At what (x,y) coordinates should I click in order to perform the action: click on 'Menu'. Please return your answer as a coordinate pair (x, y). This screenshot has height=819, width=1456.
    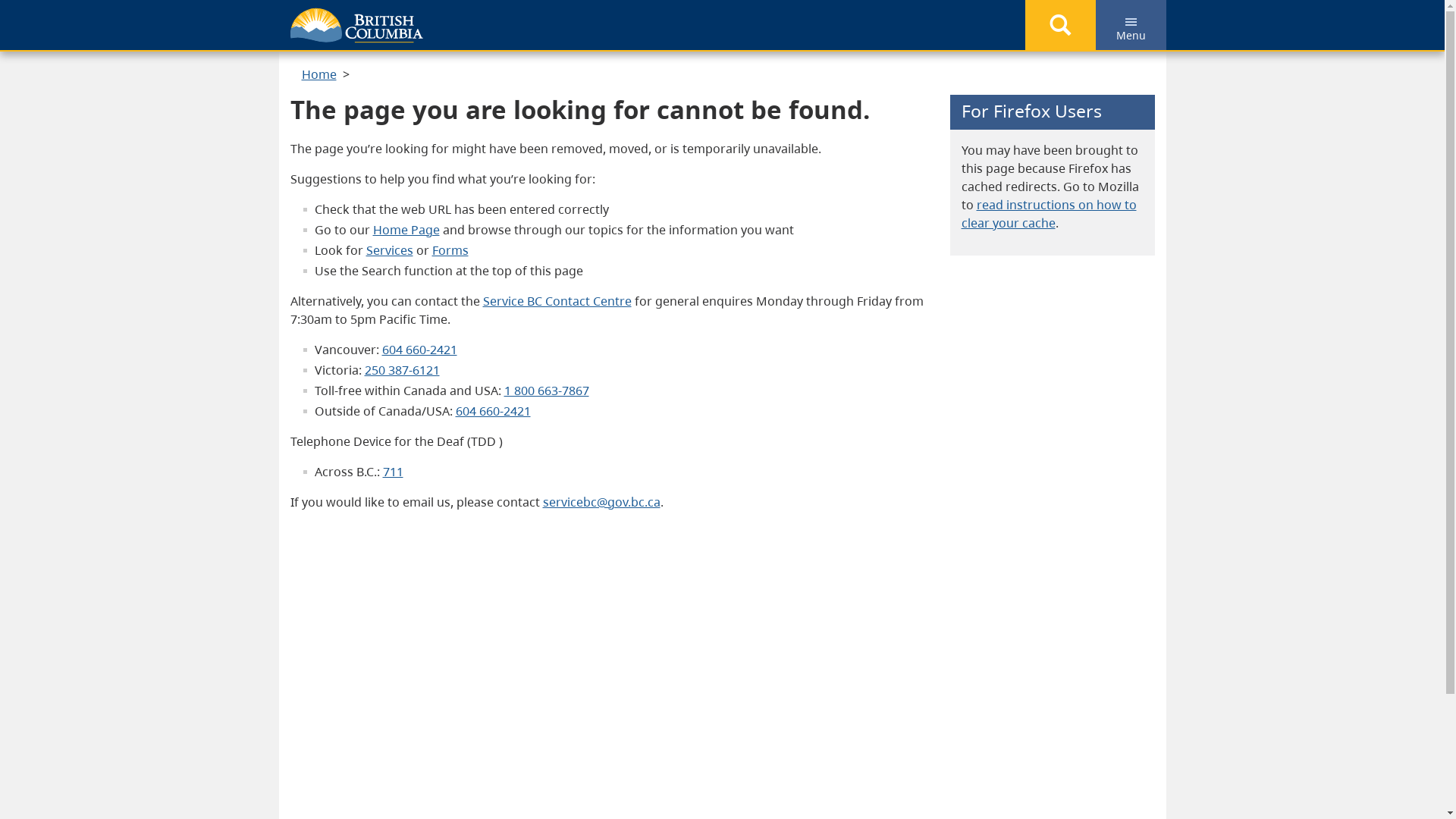
    Looking at the image, I should click on (1130, 25).